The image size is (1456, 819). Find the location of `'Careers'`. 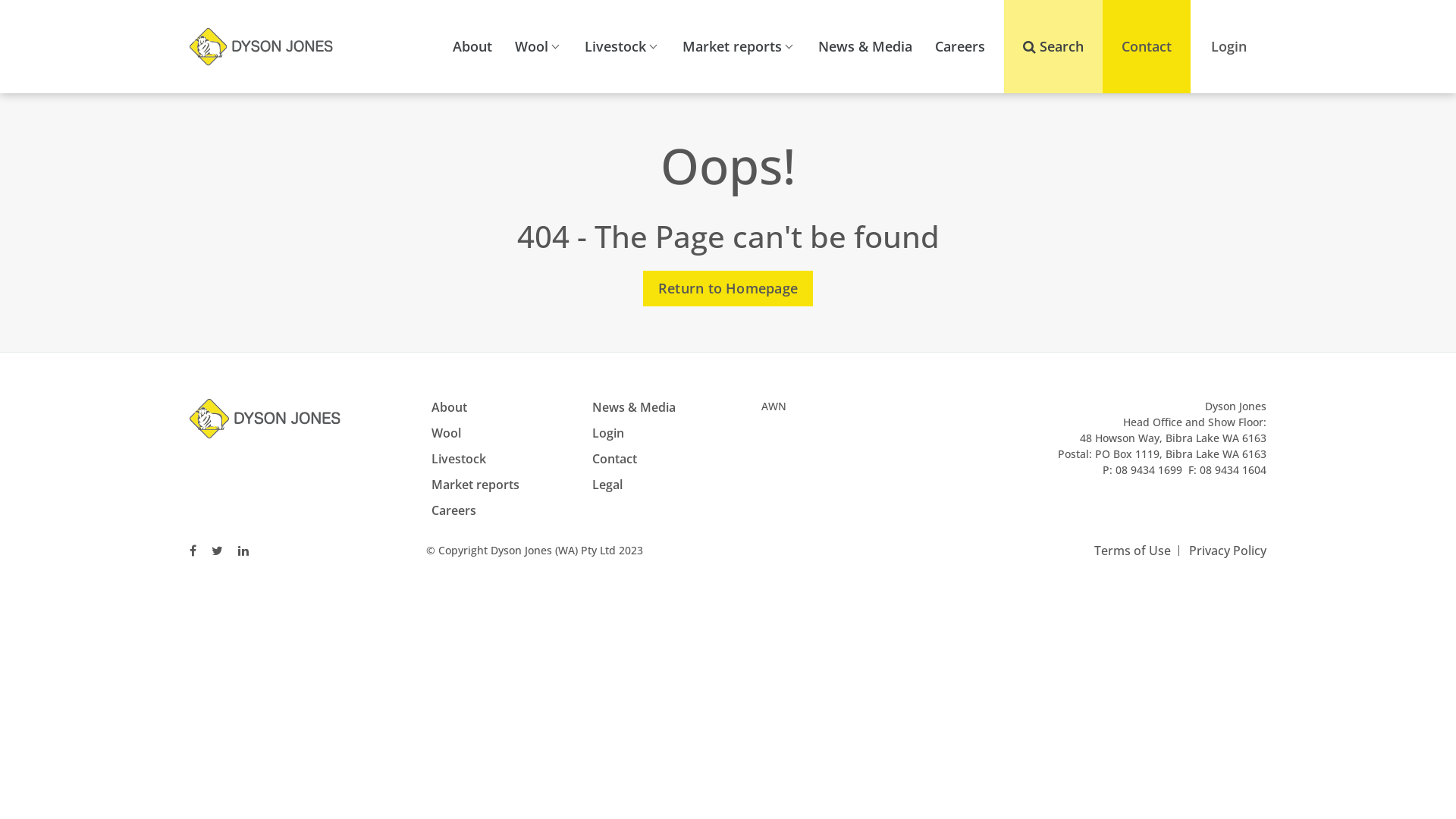

'Careers' is located at coordinates (431, 510).